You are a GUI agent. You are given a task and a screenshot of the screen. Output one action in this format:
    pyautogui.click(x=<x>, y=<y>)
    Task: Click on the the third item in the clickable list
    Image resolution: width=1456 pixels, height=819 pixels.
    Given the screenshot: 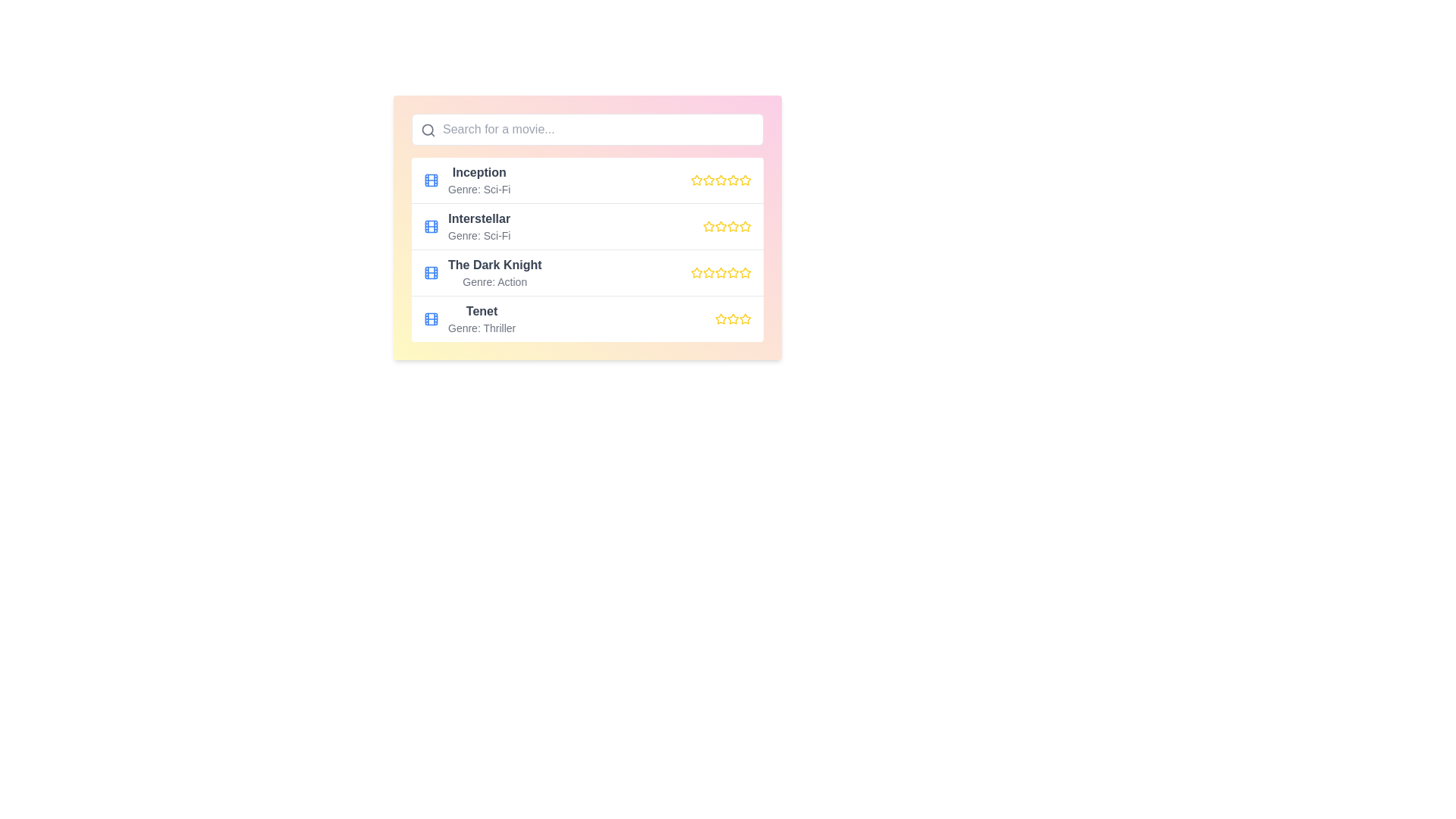 What is the action you would take?
    pyautogui.click(x=586, y=271)
    